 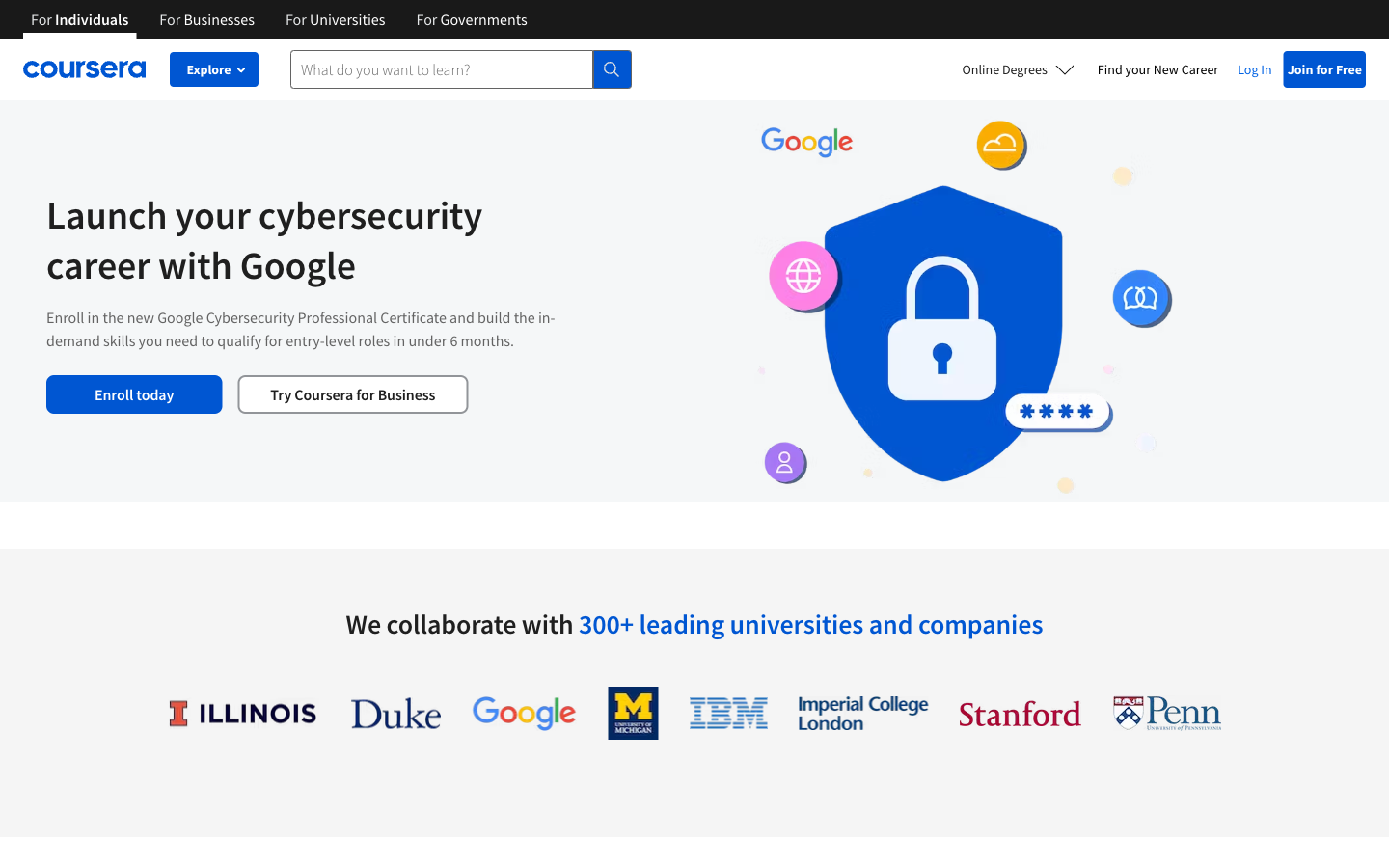 I want to click on Duke University"s Website, so click(x=395, y=712).